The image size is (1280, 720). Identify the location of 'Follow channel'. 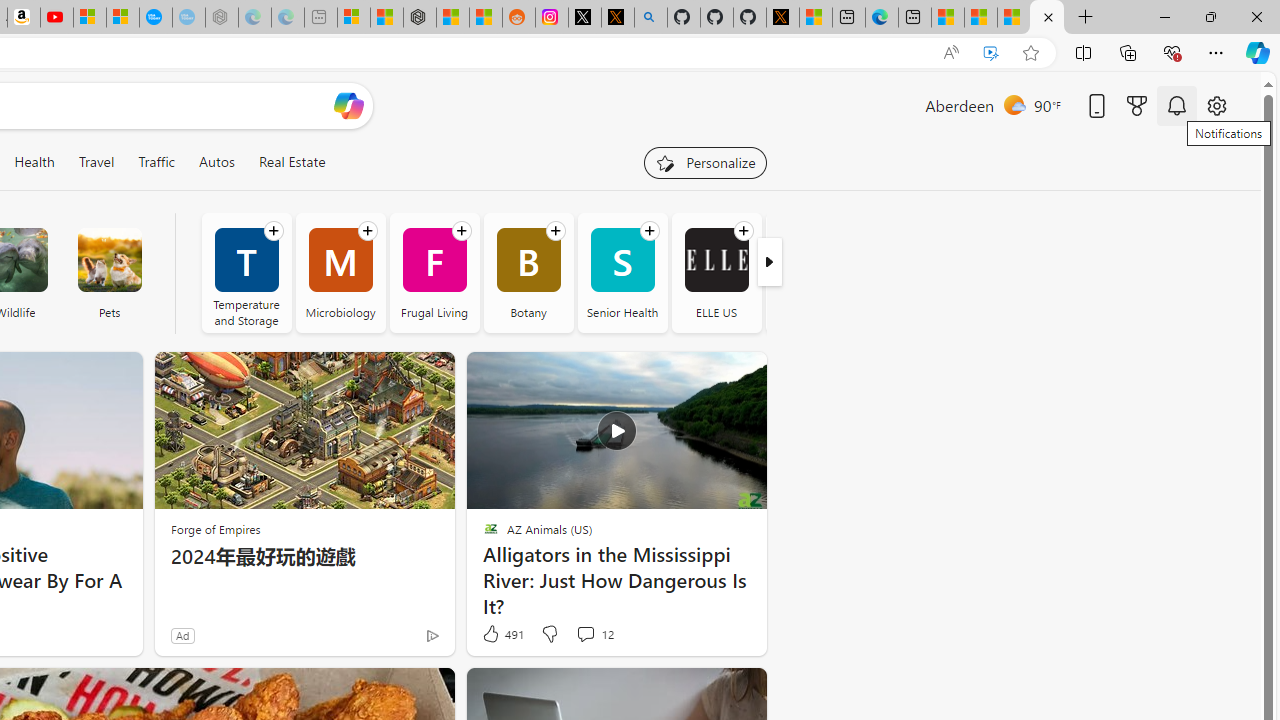
(742, 230).